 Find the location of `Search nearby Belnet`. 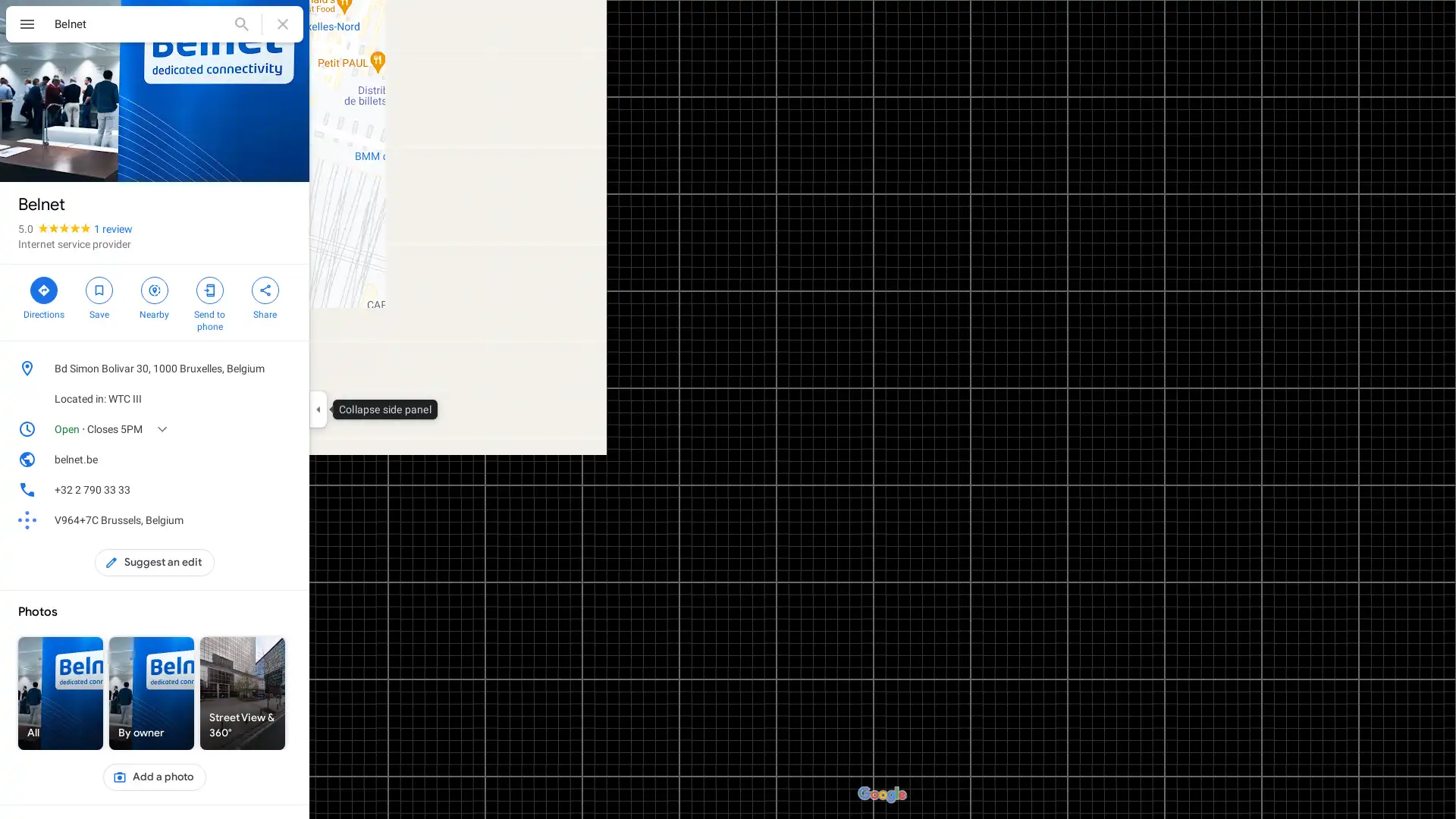

Search nearby Belnet is located at coordinates (154, 296).